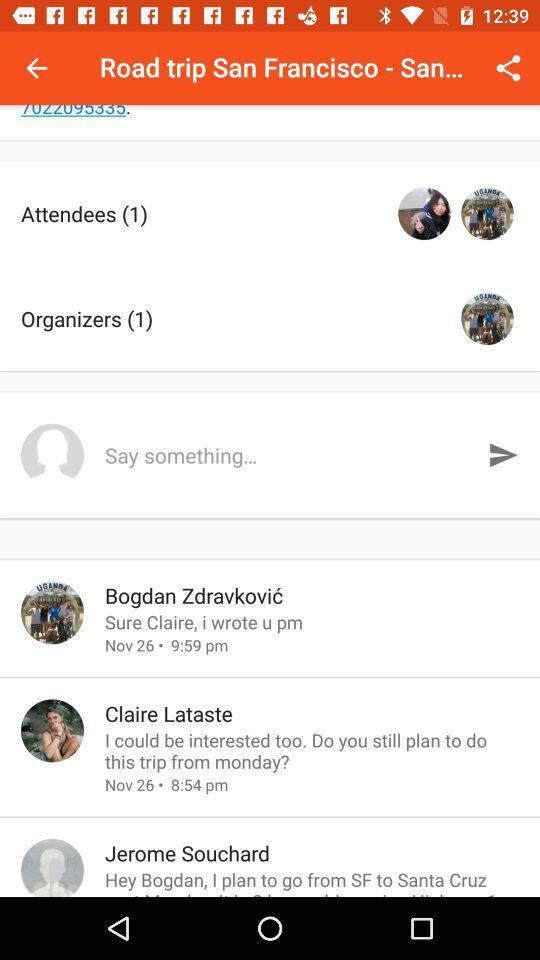 Image resolution: width=540 pixels, height=960 pixels. What do you see at coordinates (312, 881) in the screenshot?
I see `hey bogdan i` at bounding box center [312, 881].